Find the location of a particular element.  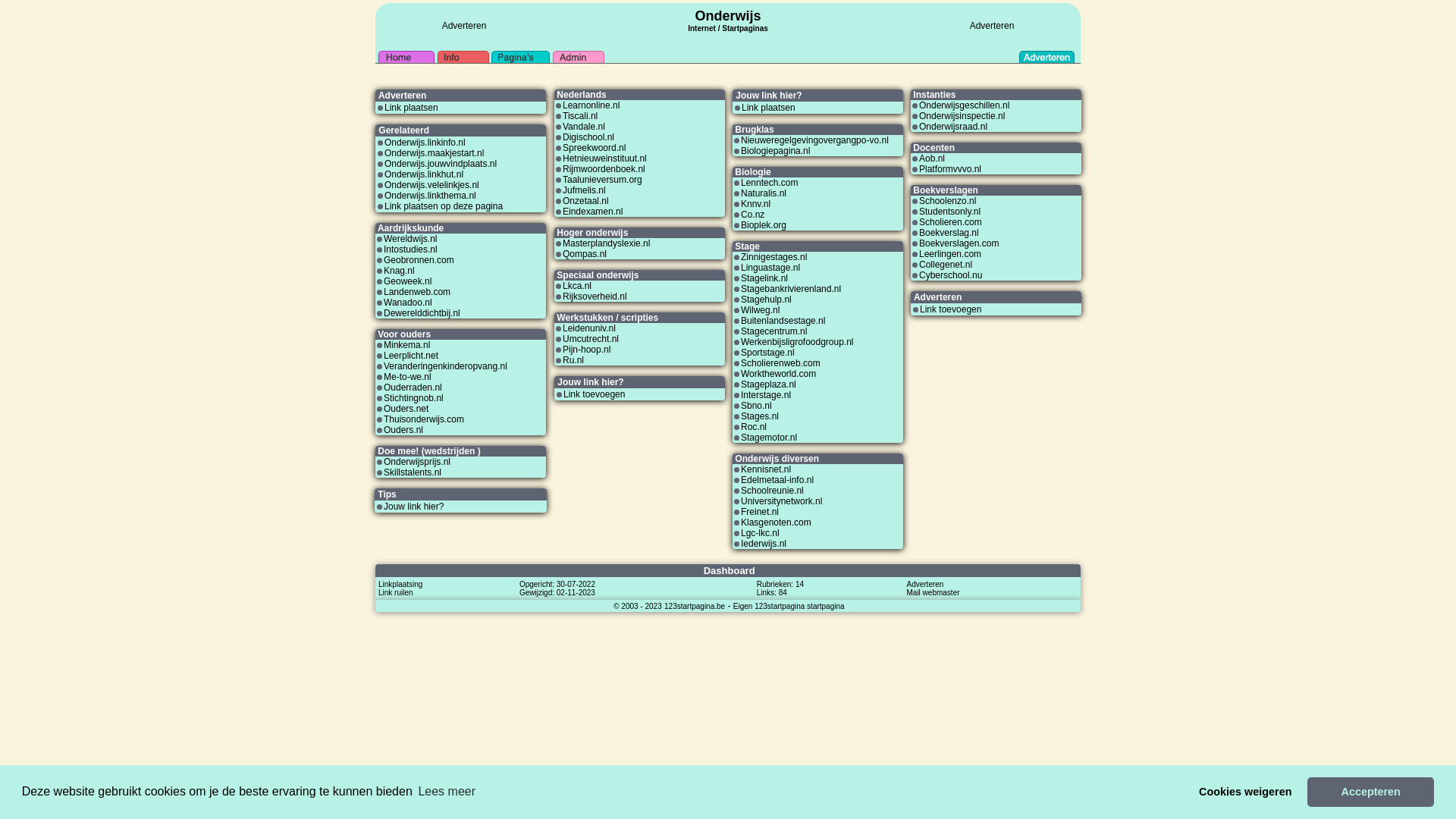

'Onderwijsgeschillen.nl' is located at coordinates (918, 104).